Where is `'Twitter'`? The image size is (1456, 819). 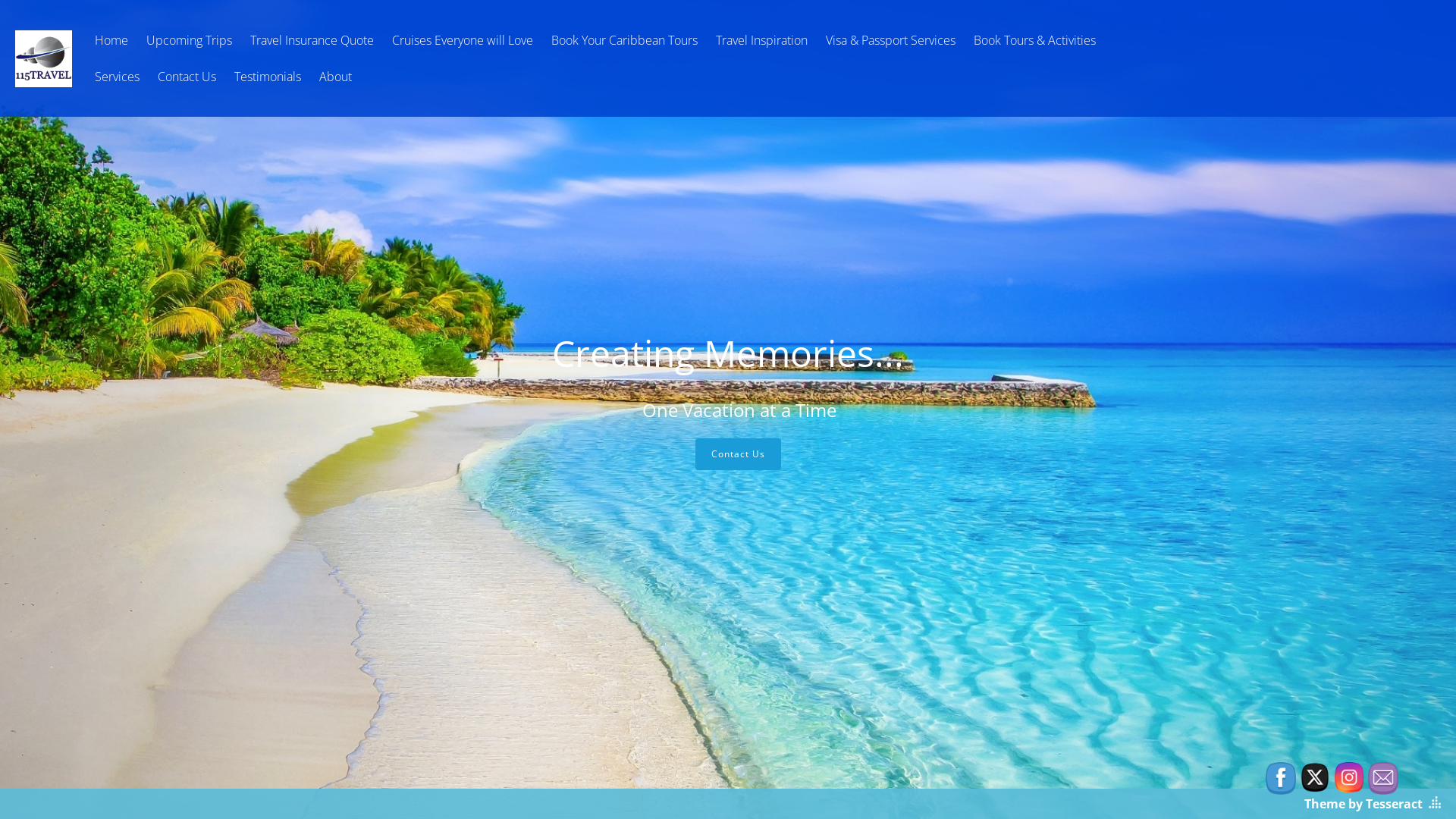
'Twitter' is located at coordinates (1313, 777).